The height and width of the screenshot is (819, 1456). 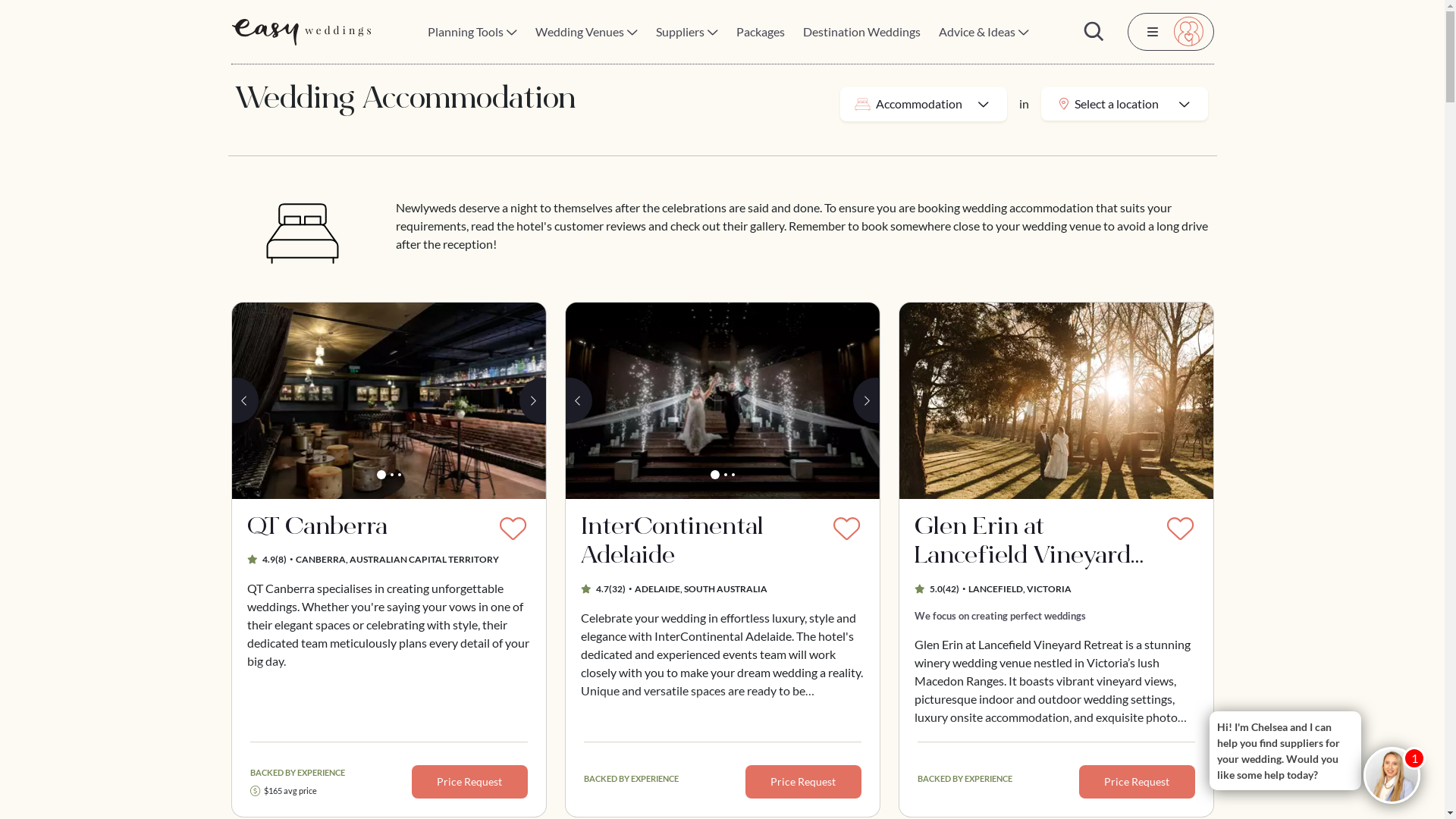 I want to click on 'Destination Weddings', so click(x=861, y=32).